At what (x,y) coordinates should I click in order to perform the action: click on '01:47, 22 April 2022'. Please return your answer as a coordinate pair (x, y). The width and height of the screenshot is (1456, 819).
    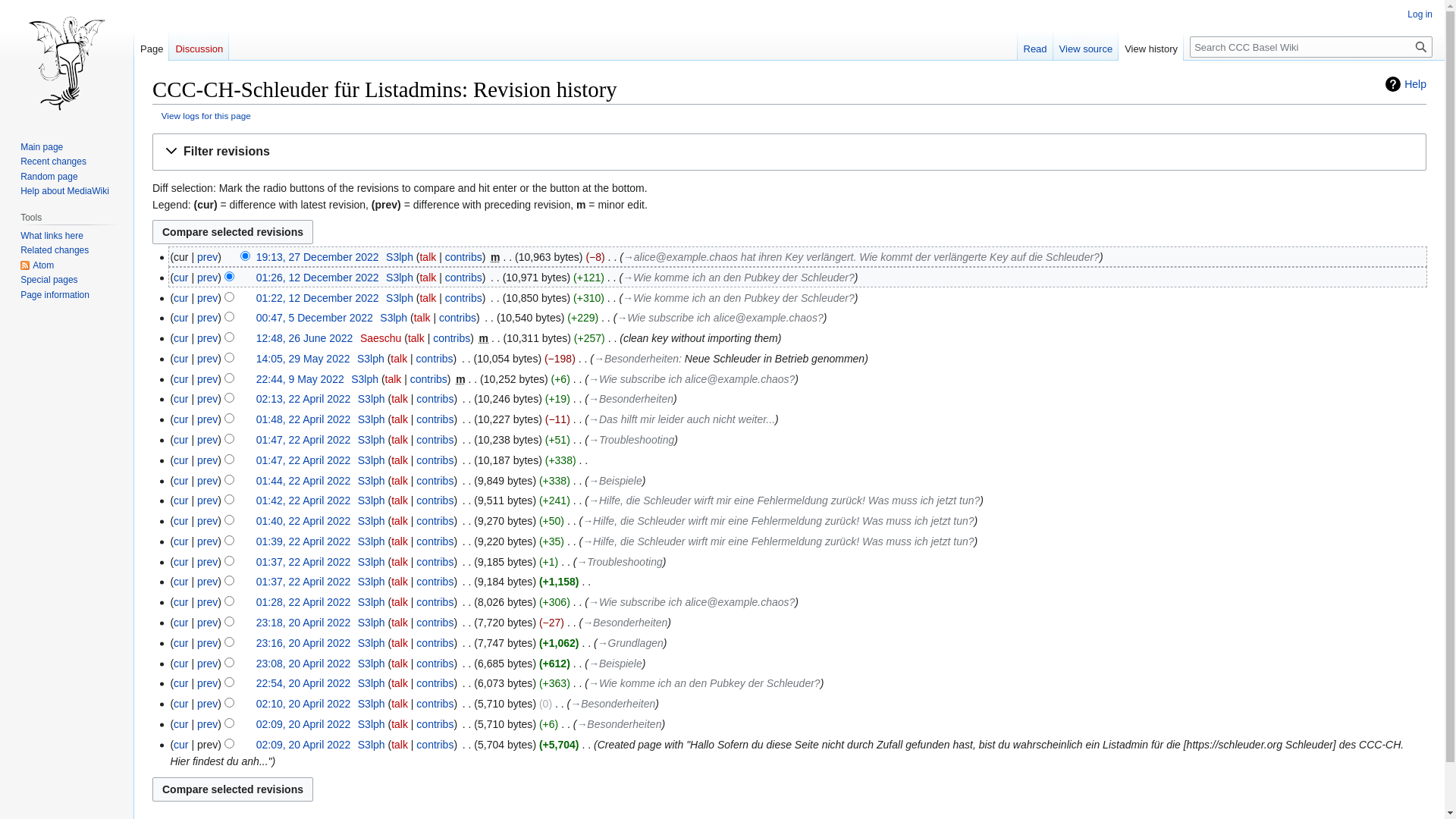
    Looking at the image, I should click on (303, 459).